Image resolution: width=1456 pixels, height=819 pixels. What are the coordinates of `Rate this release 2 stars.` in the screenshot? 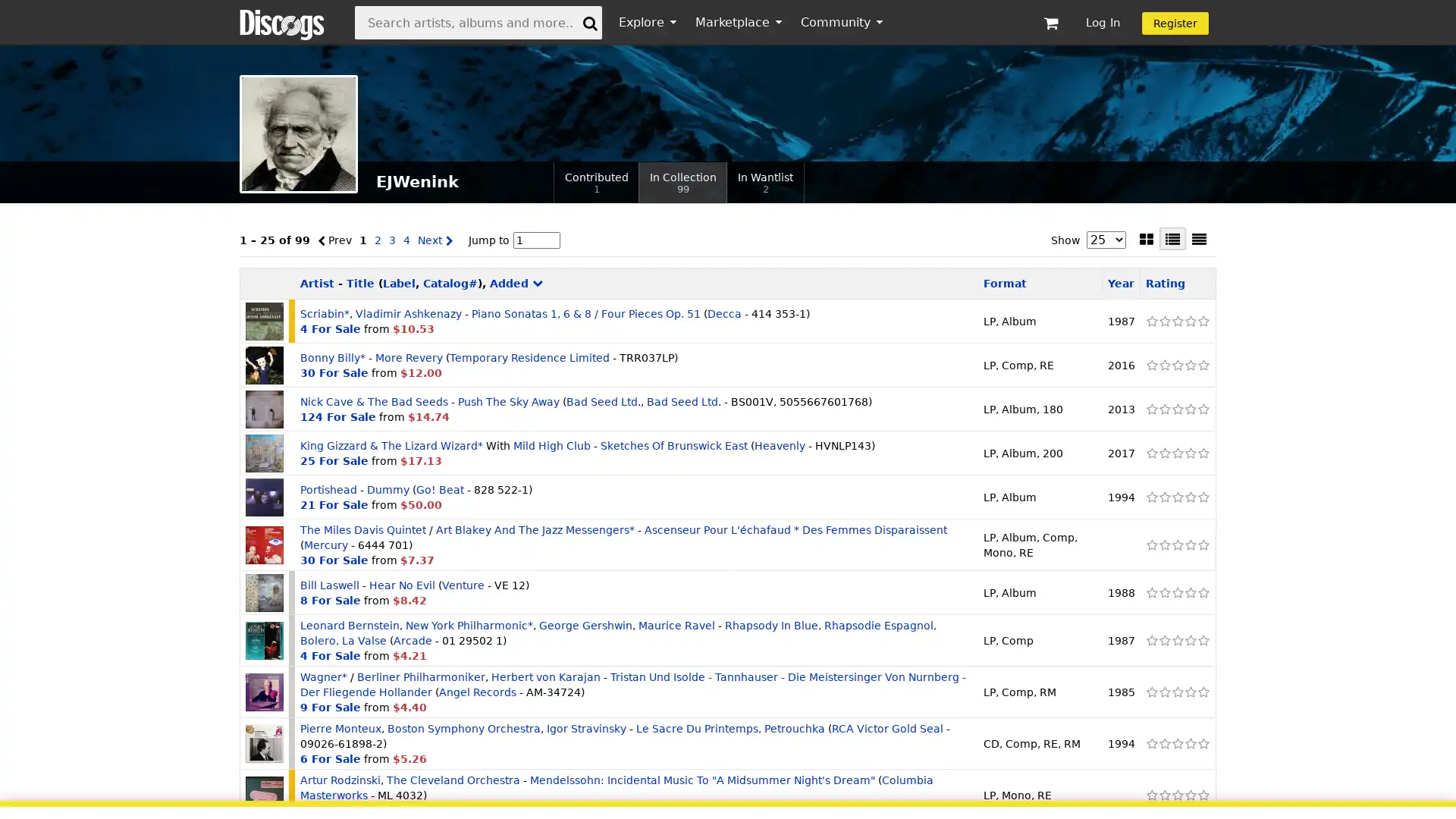 It's located at (1163, 742).